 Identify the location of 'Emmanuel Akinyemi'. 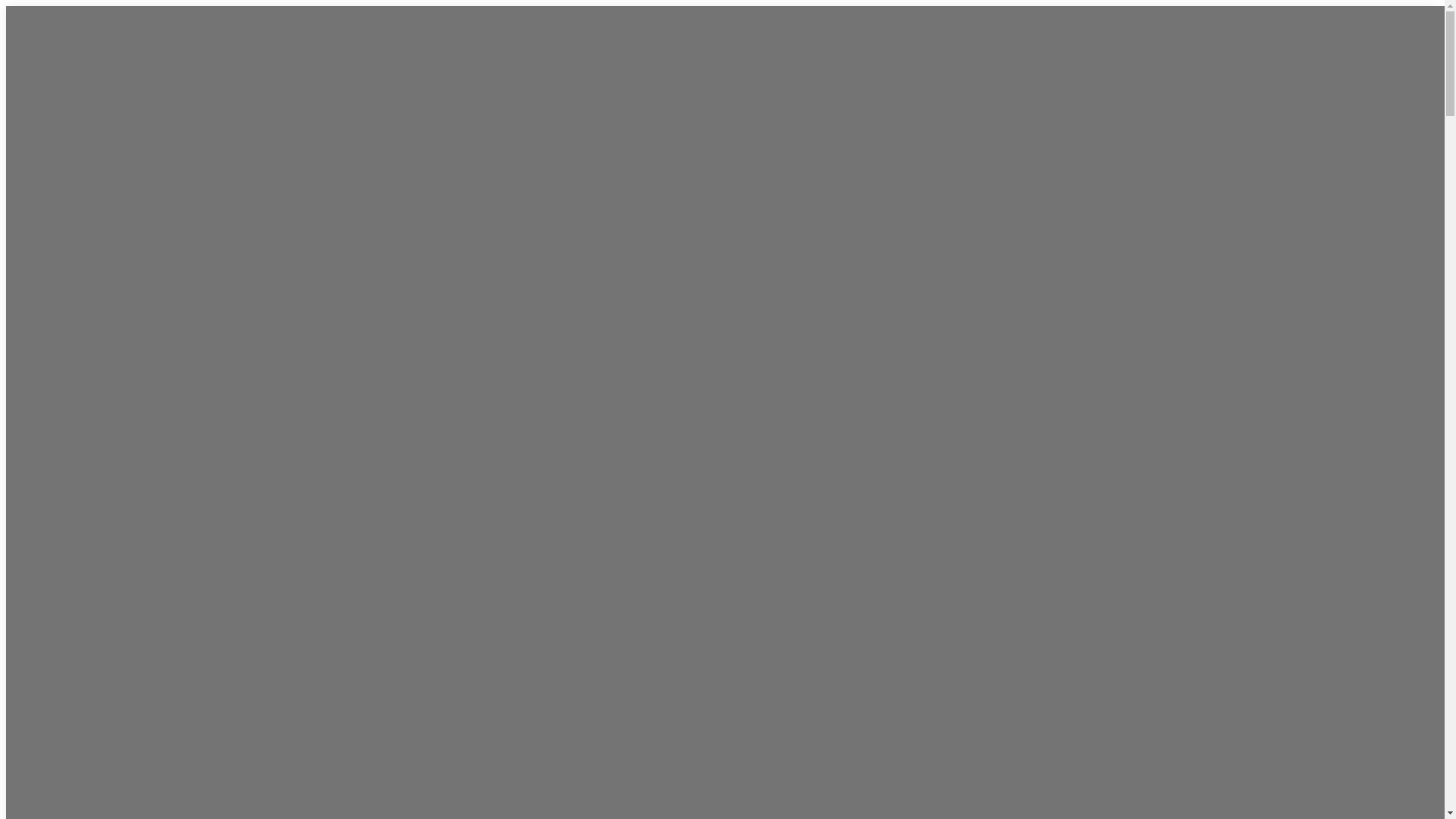
(688, 469).